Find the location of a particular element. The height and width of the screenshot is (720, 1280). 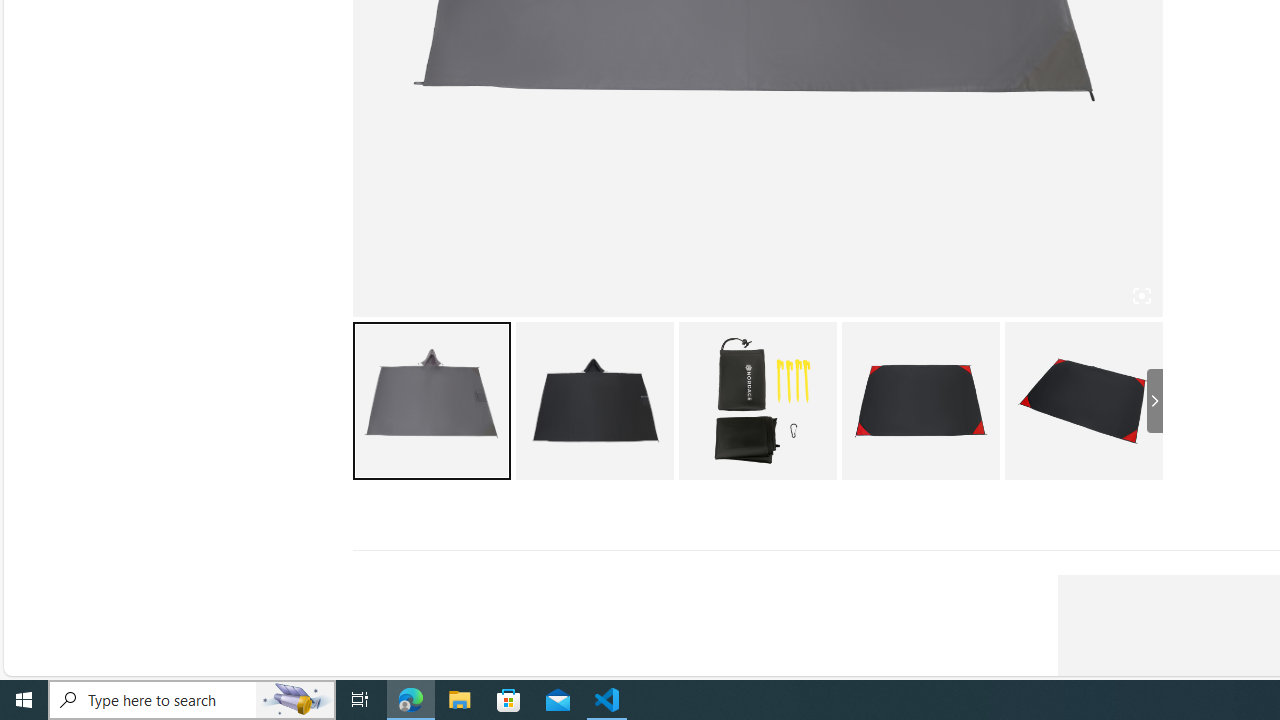

'Class: iconic-woothumbs-fullscreen' is located at coordinates (1141, 296).